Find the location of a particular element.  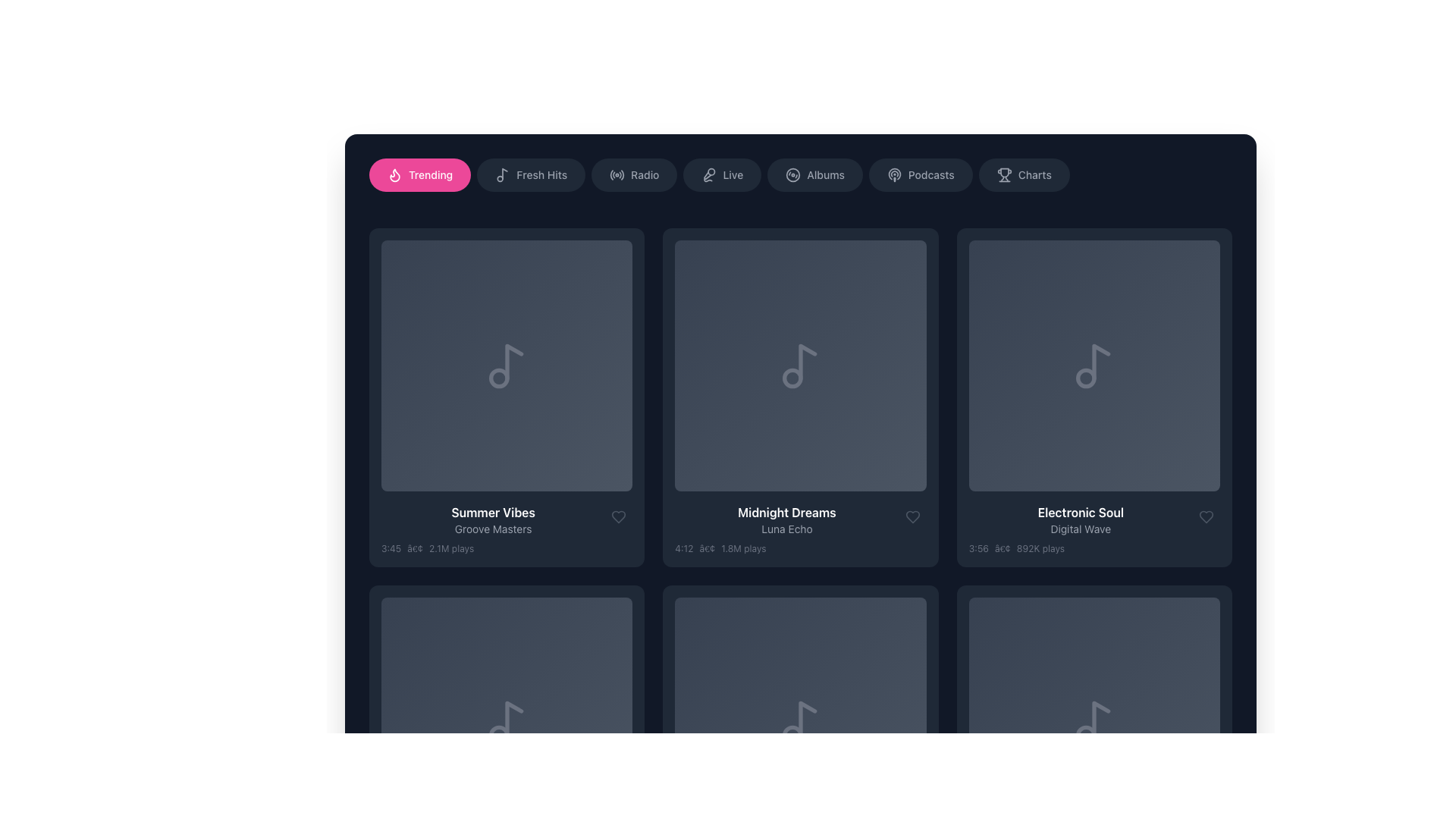

the third text label displaying the play count for the music item titled 'Summer Vibes' by 'Groove Masters' is located at coordinates (450, 549).